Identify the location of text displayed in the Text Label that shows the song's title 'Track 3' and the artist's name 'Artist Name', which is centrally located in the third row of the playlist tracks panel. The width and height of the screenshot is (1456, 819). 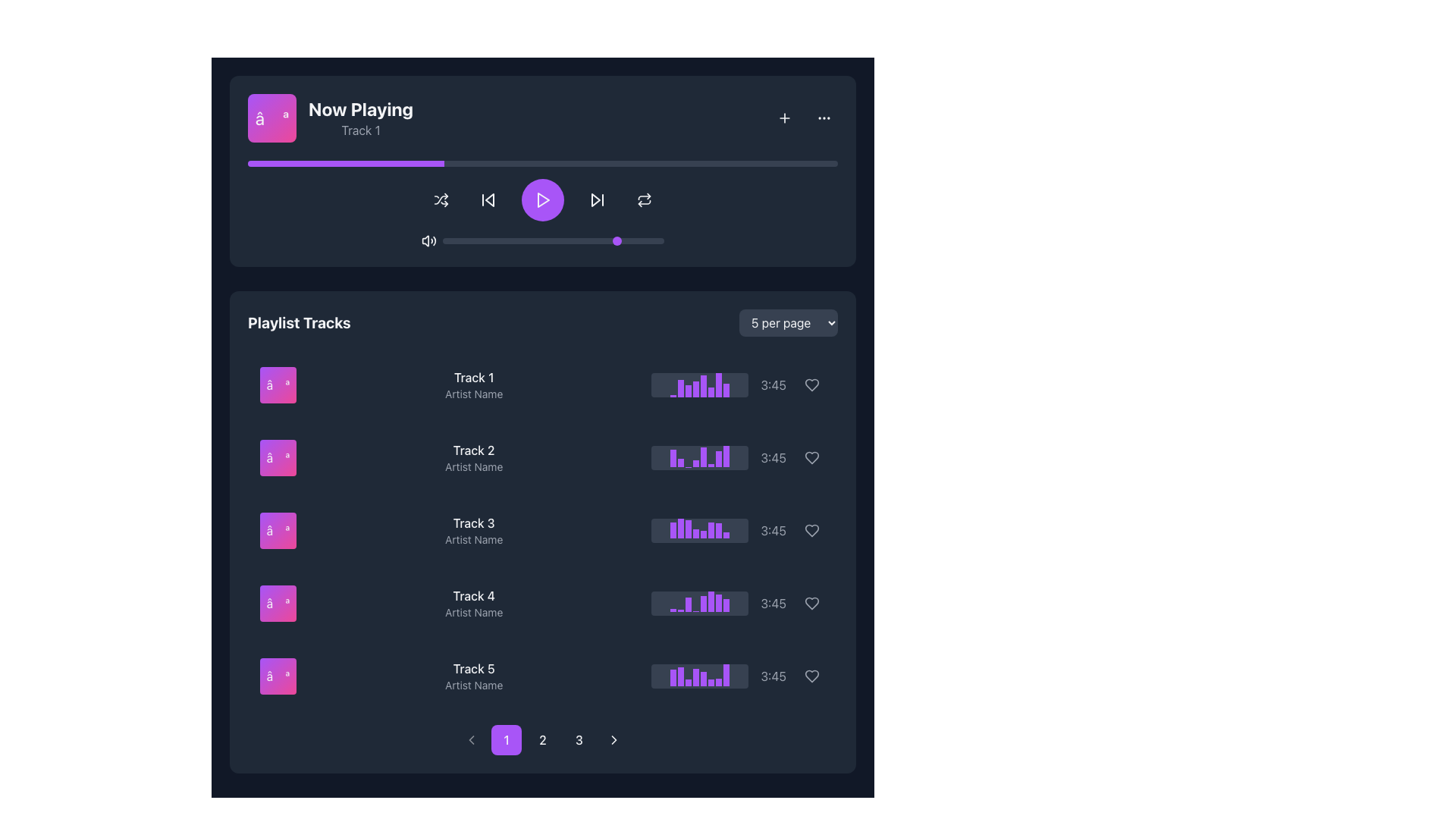
(473, 529).